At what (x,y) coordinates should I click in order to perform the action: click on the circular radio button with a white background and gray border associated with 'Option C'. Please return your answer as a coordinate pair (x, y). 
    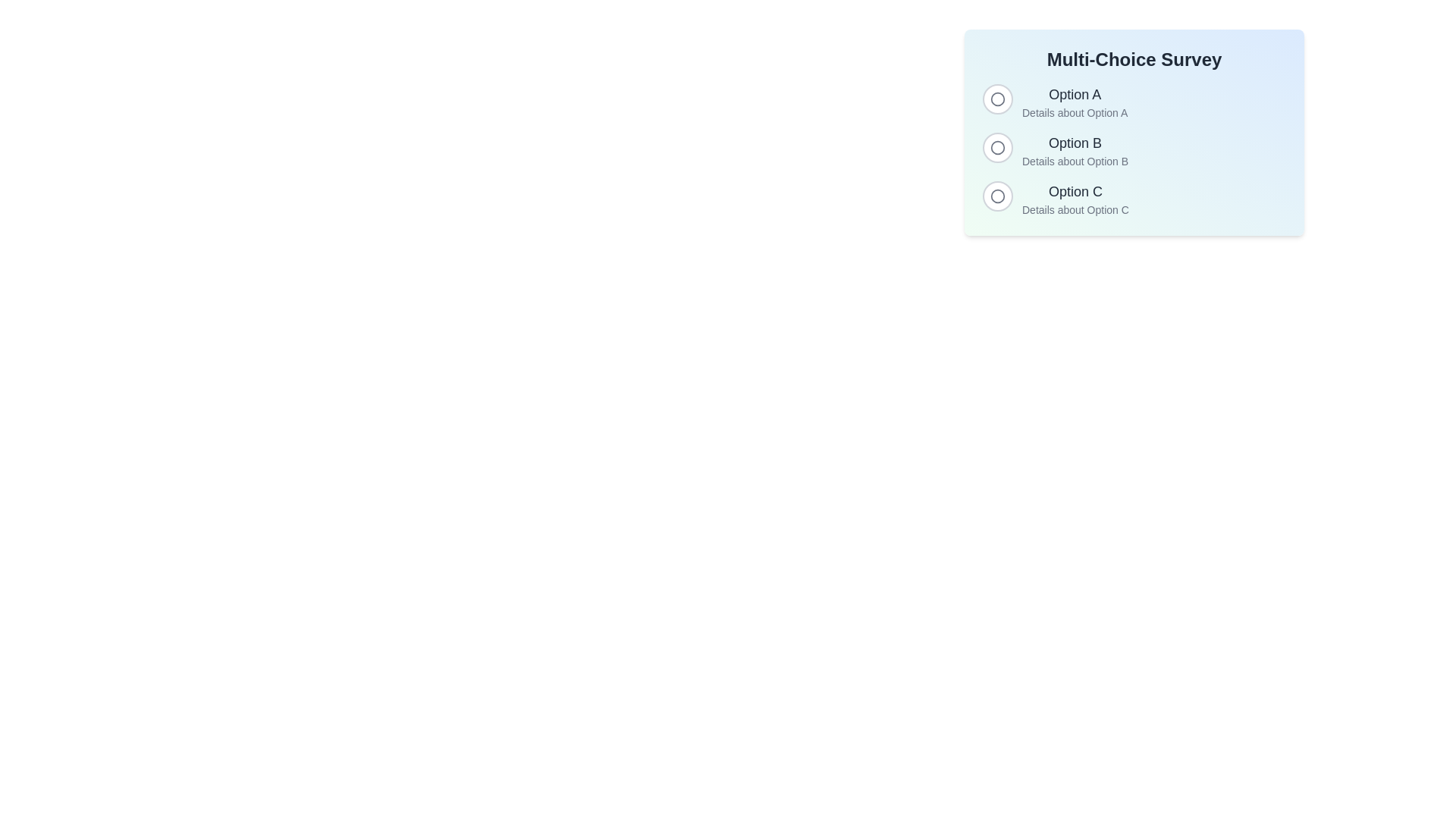
    Looking at the image, I should click on (997, 195).